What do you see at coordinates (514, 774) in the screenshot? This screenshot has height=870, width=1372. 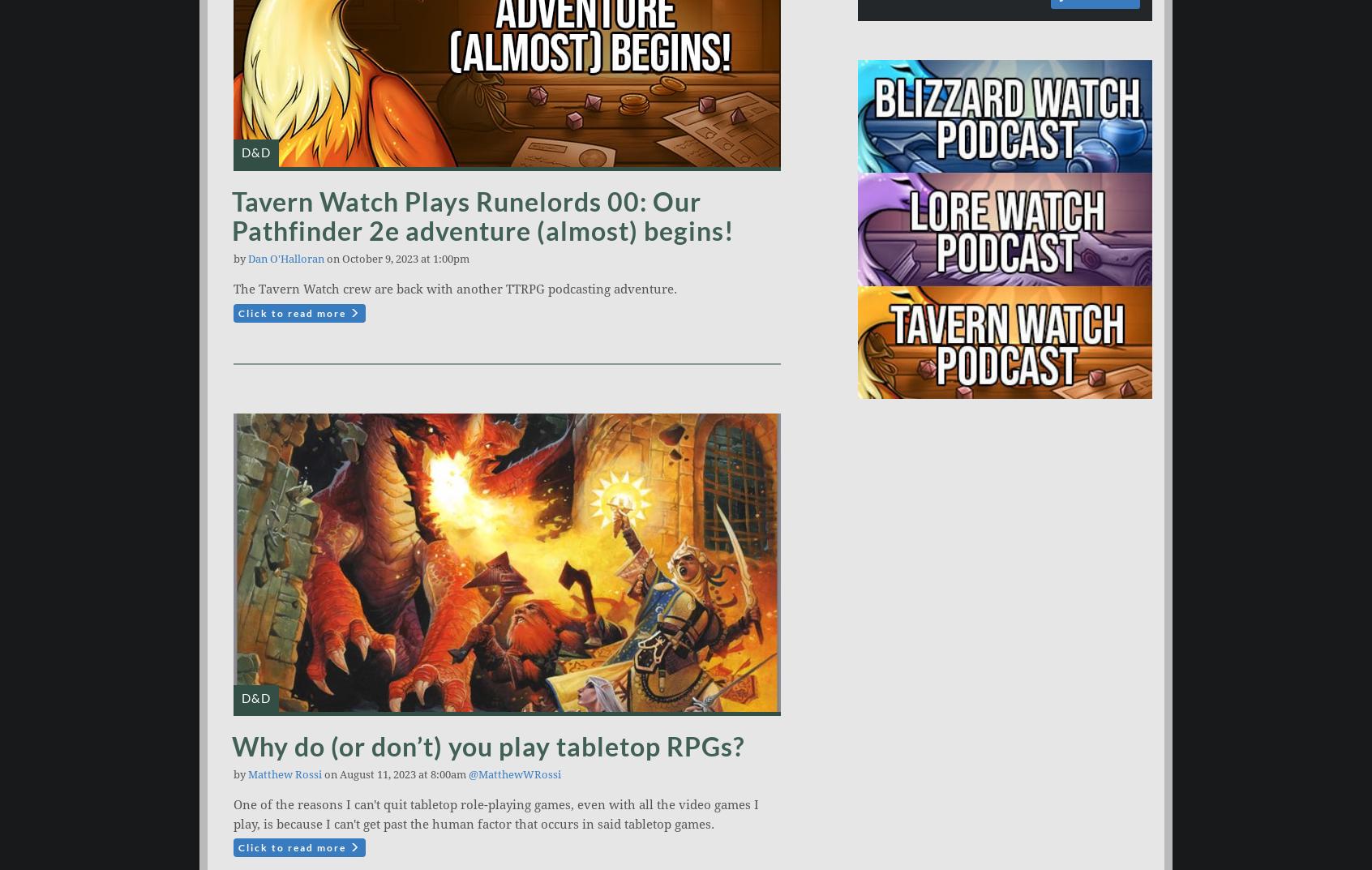 I see `'@MatthewWRossi'` at bounding box center [514, 774].